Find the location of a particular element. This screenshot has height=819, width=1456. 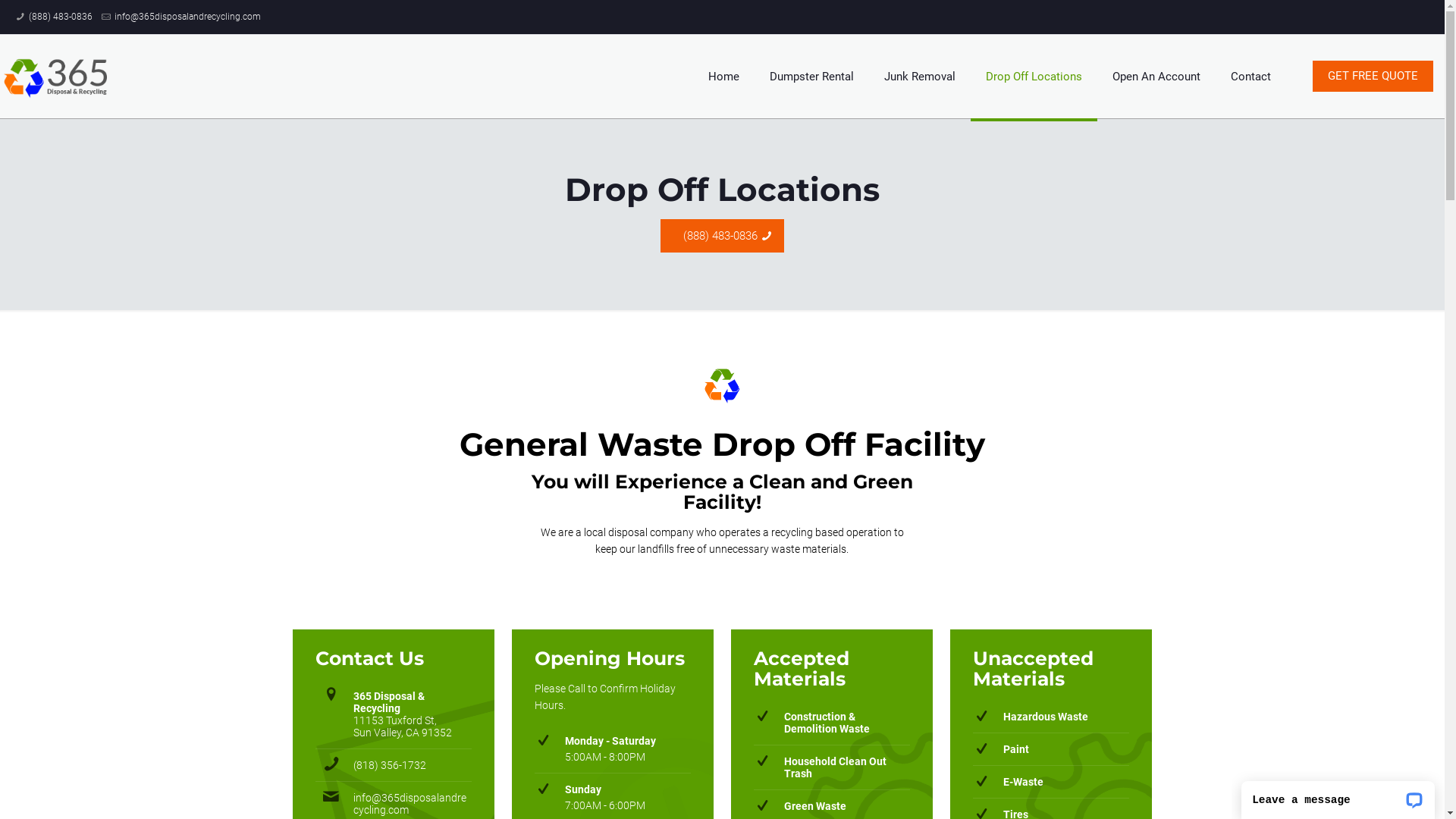

'Home' is located at coordinates (723, 76).